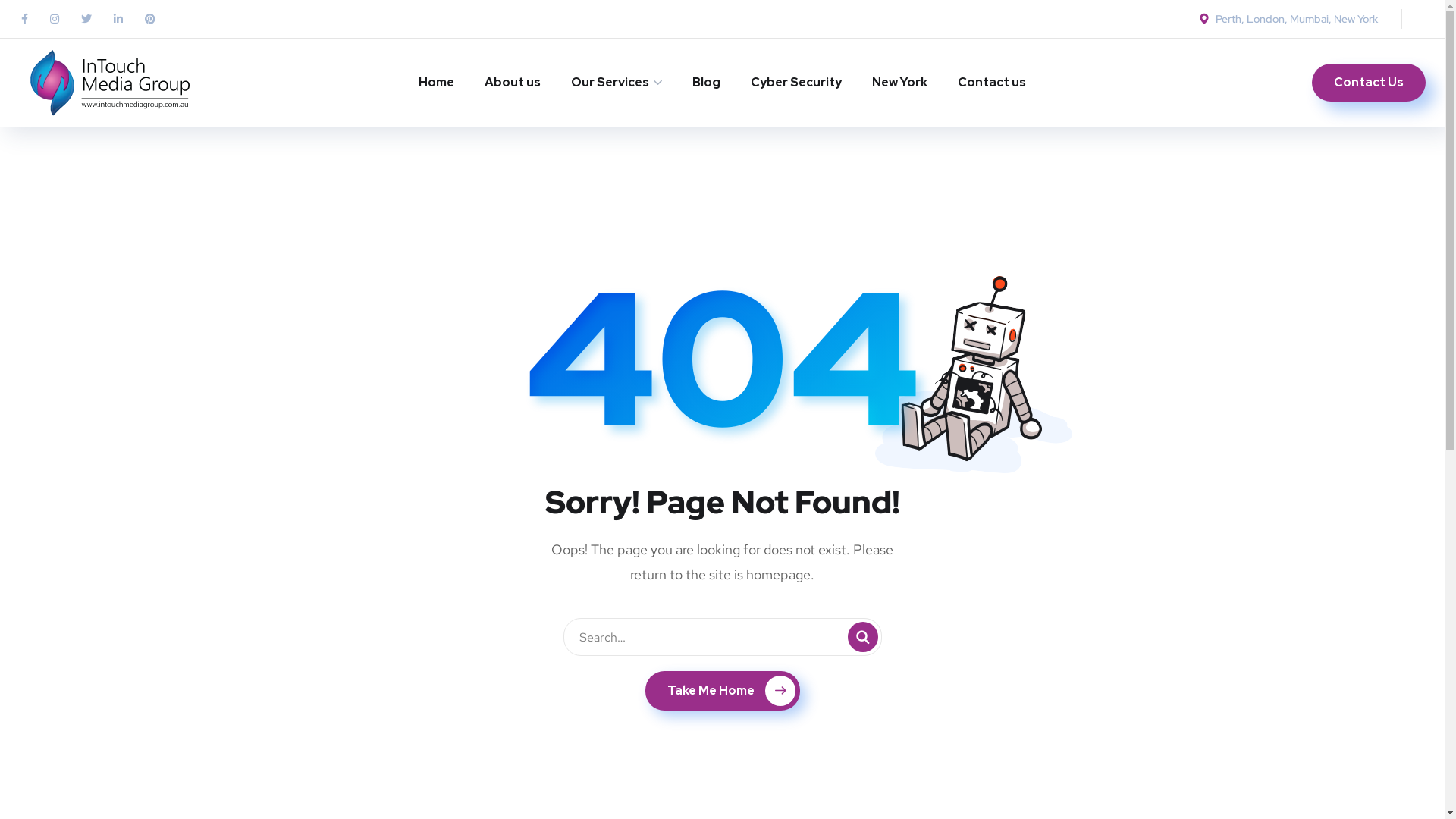 The height and width of the screenshot is (819, 1456). I want to click on 'New York', so click(899, 82).